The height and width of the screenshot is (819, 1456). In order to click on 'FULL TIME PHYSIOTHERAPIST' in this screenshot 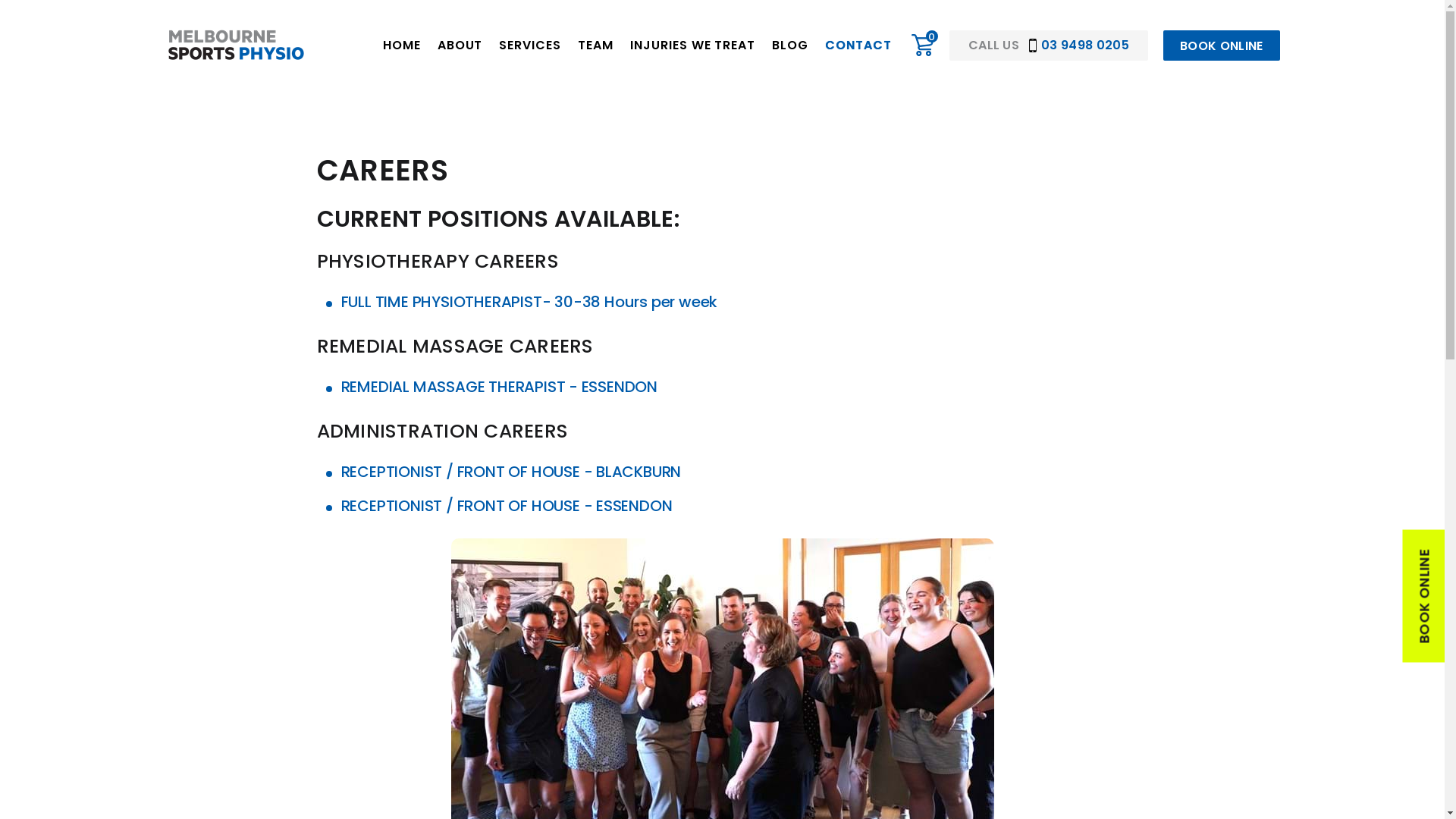, I will do `click(441, 301)`.